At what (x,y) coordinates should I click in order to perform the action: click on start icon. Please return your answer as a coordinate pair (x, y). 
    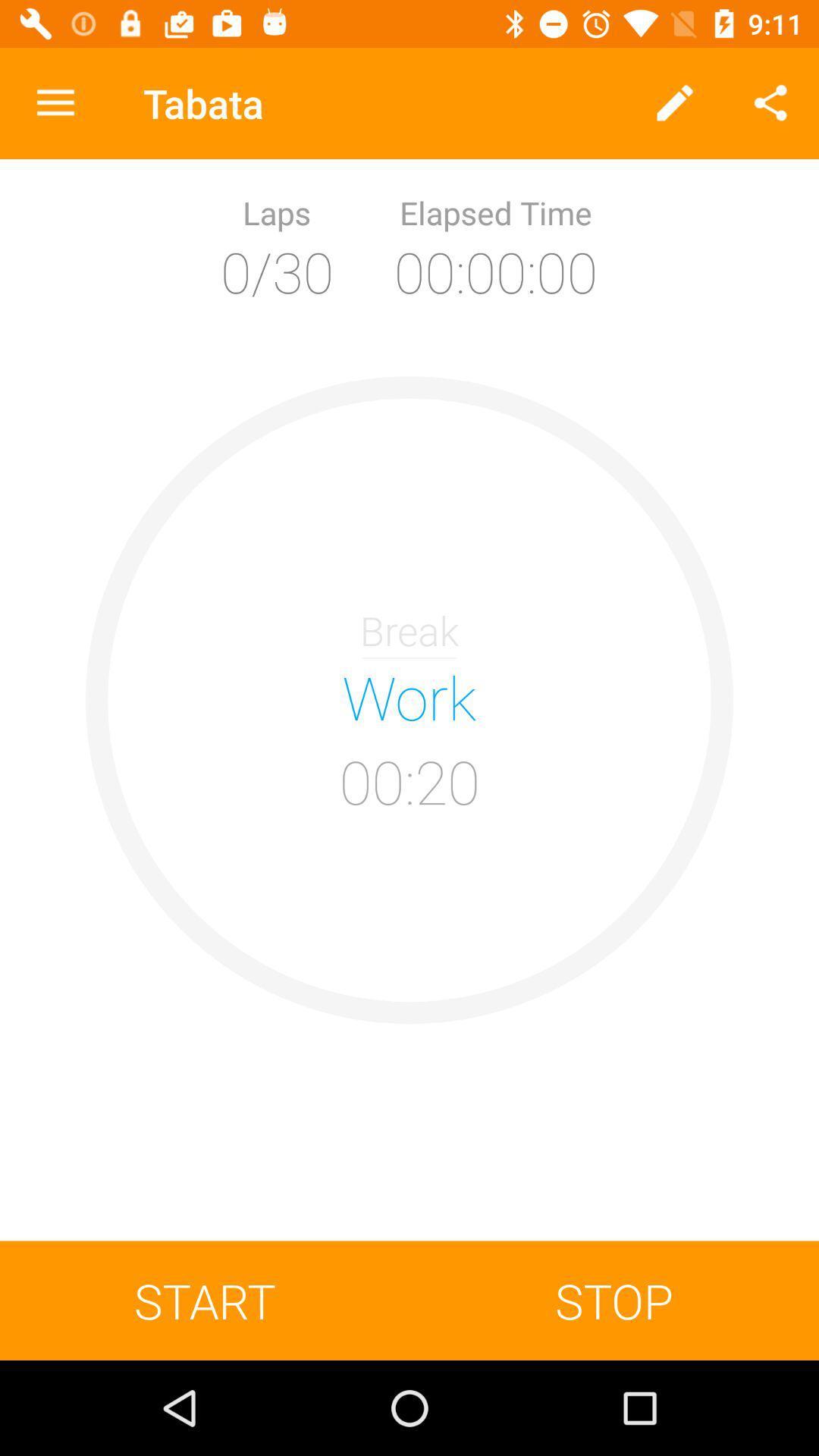
    Looking at the image, I should click on (205, 1300).